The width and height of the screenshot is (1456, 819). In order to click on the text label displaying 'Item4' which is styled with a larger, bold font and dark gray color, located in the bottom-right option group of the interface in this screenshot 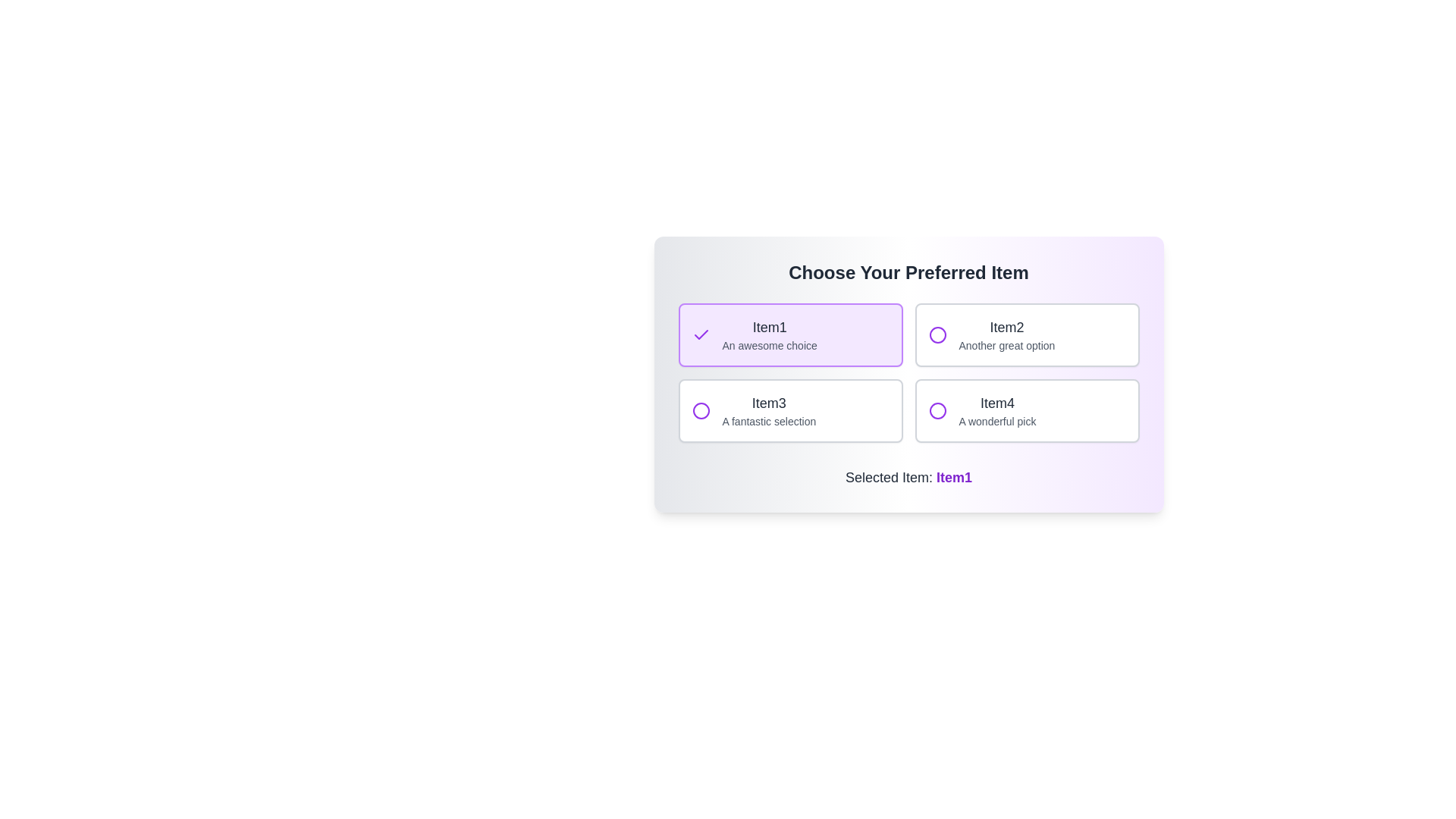, I will do `click(997, 403)`.